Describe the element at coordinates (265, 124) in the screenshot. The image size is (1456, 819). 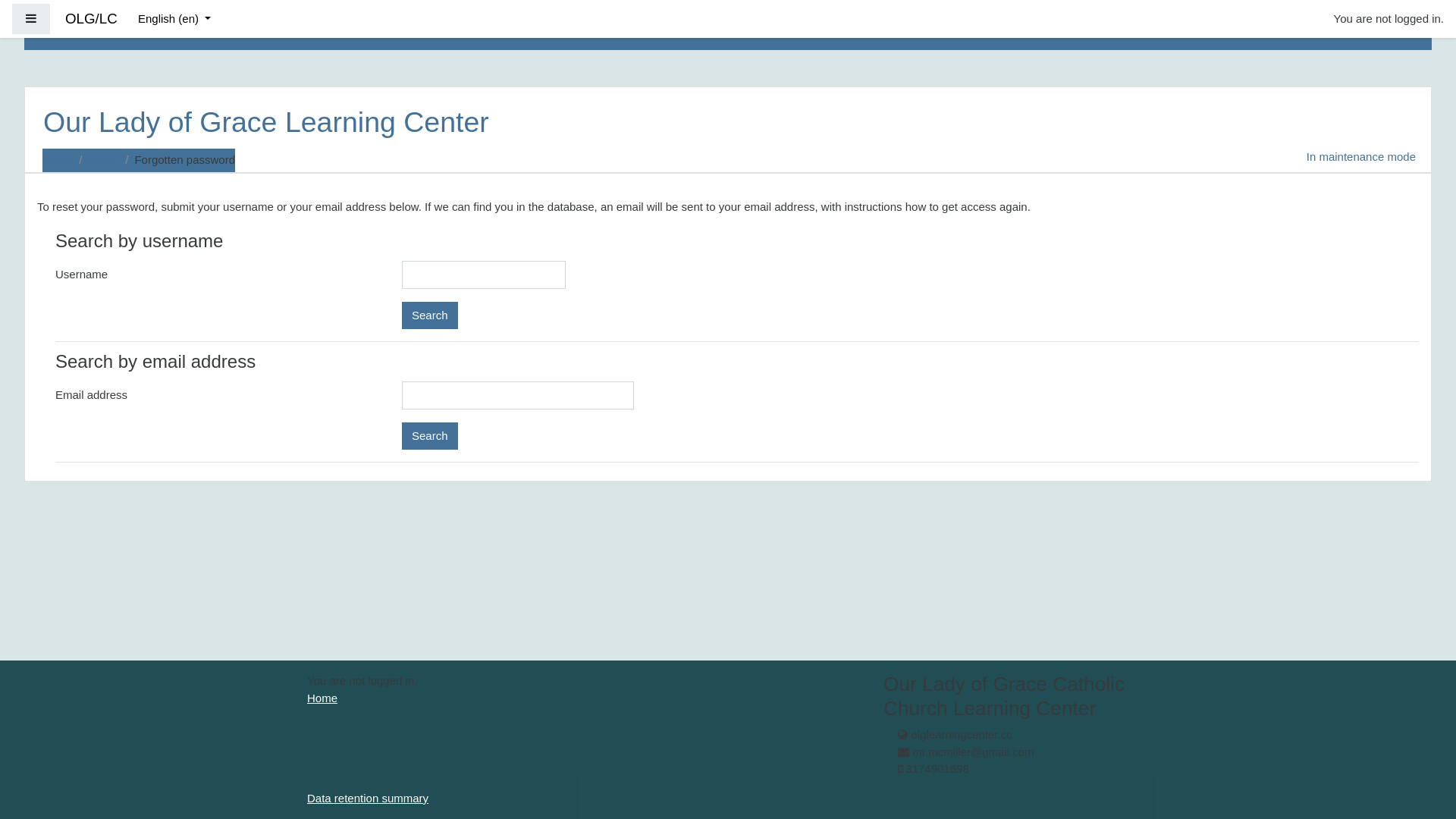
I see `'Our Lady of Grace Learning Center'` at that location.